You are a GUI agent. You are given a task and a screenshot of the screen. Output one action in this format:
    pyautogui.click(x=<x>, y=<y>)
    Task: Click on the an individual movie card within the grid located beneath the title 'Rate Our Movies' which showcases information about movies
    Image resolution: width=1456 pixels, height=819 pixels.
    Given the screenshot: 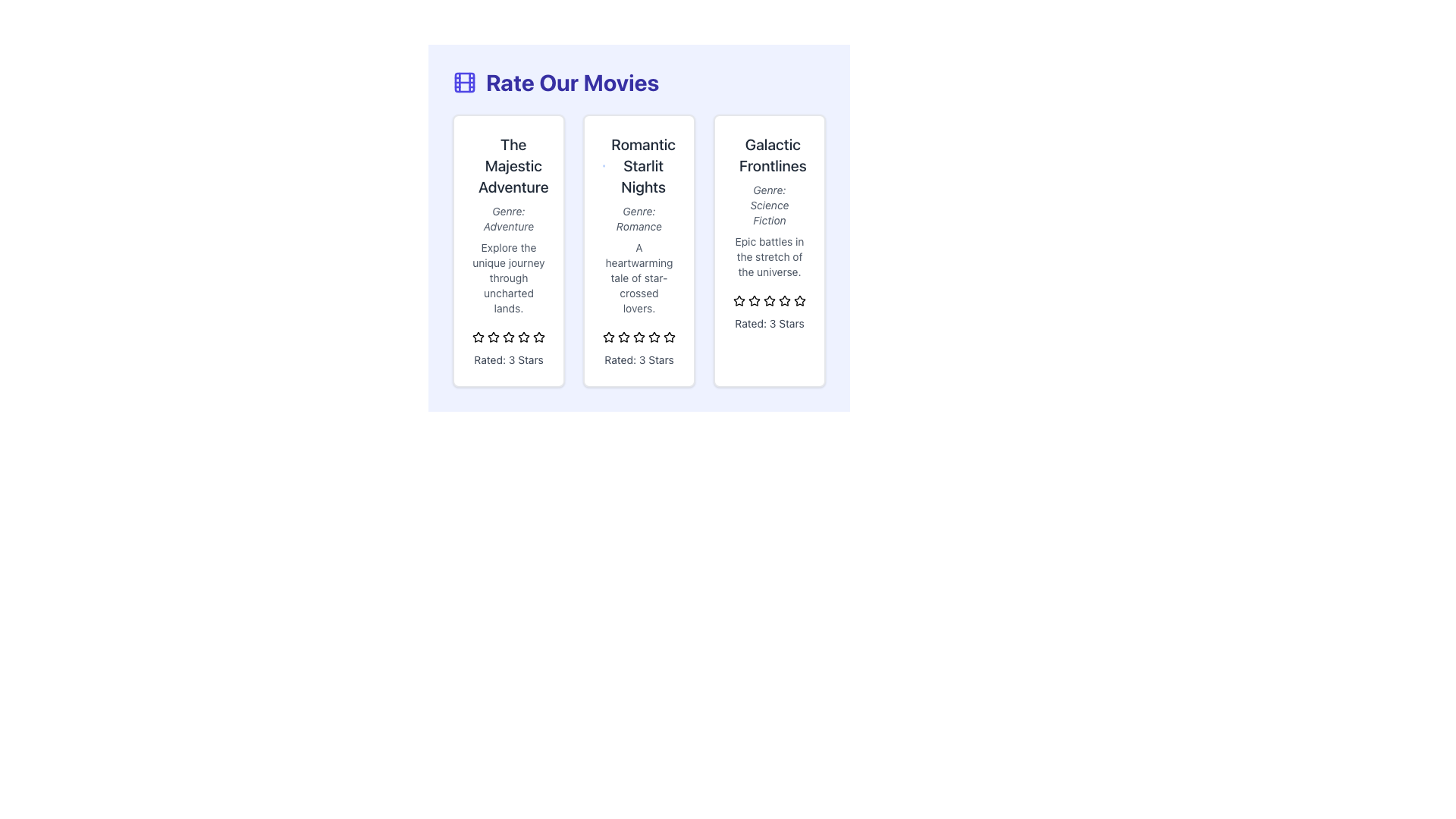 What is the action you would take?
    pyautogui.click(x=639, y=250)
    